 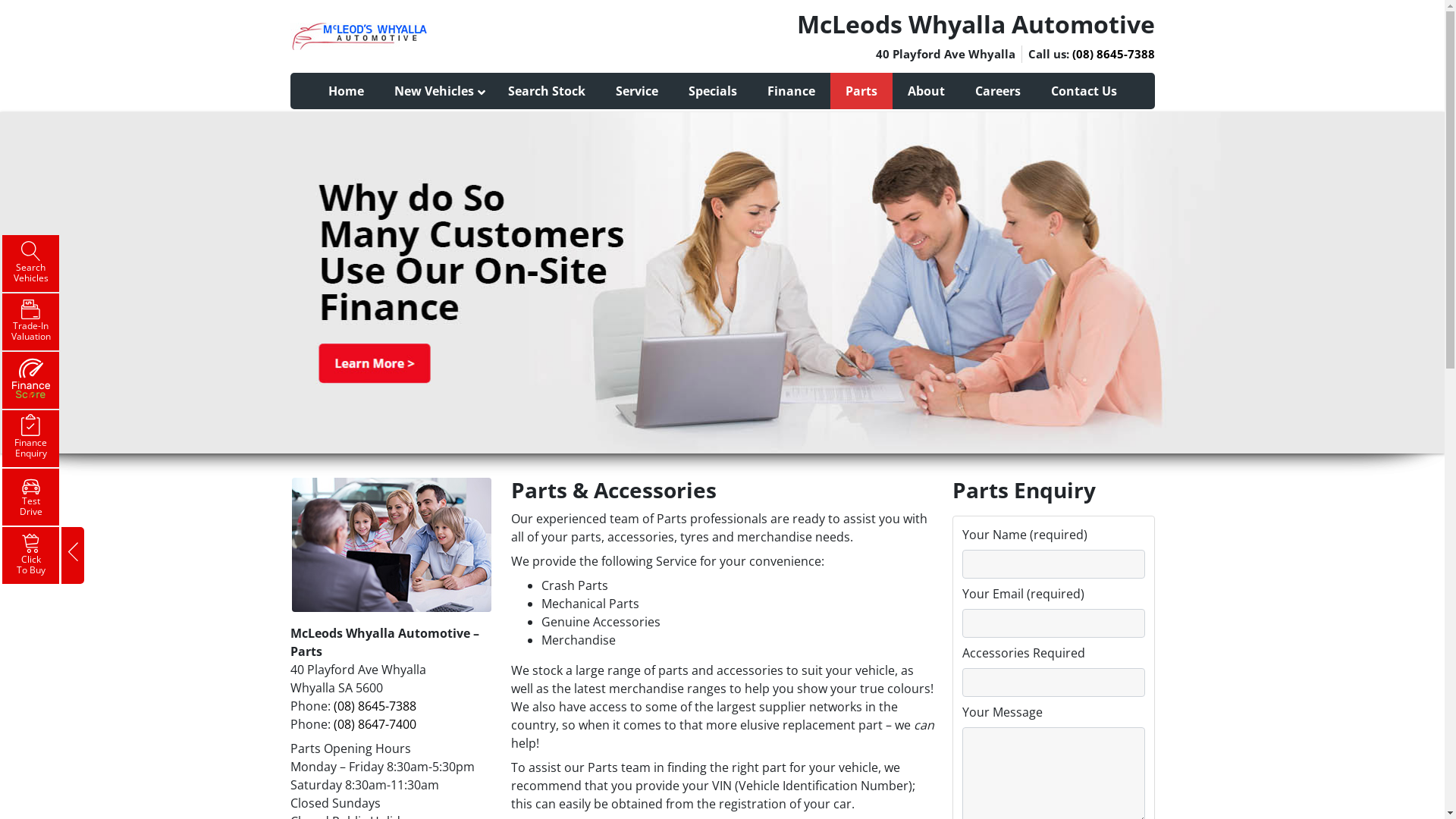 What do you see at coordinates (435, 90) in the screenshot?
I see `'New Vehicles'` at bounding box center [435, 90].